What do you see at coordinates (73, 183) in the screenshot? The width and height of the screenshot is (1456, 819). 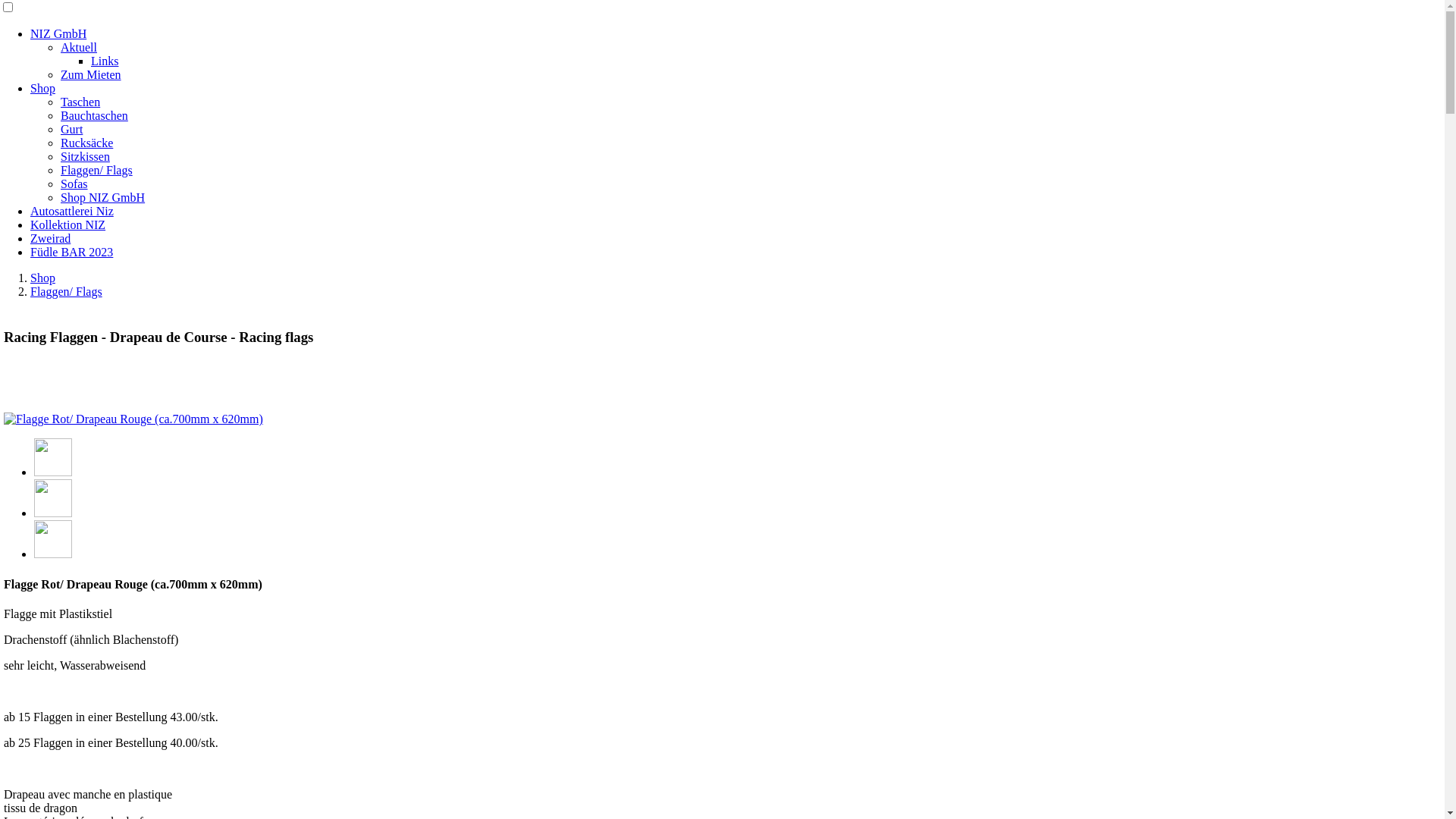 I see `'Sofas'` at bounding box center [73, 183].